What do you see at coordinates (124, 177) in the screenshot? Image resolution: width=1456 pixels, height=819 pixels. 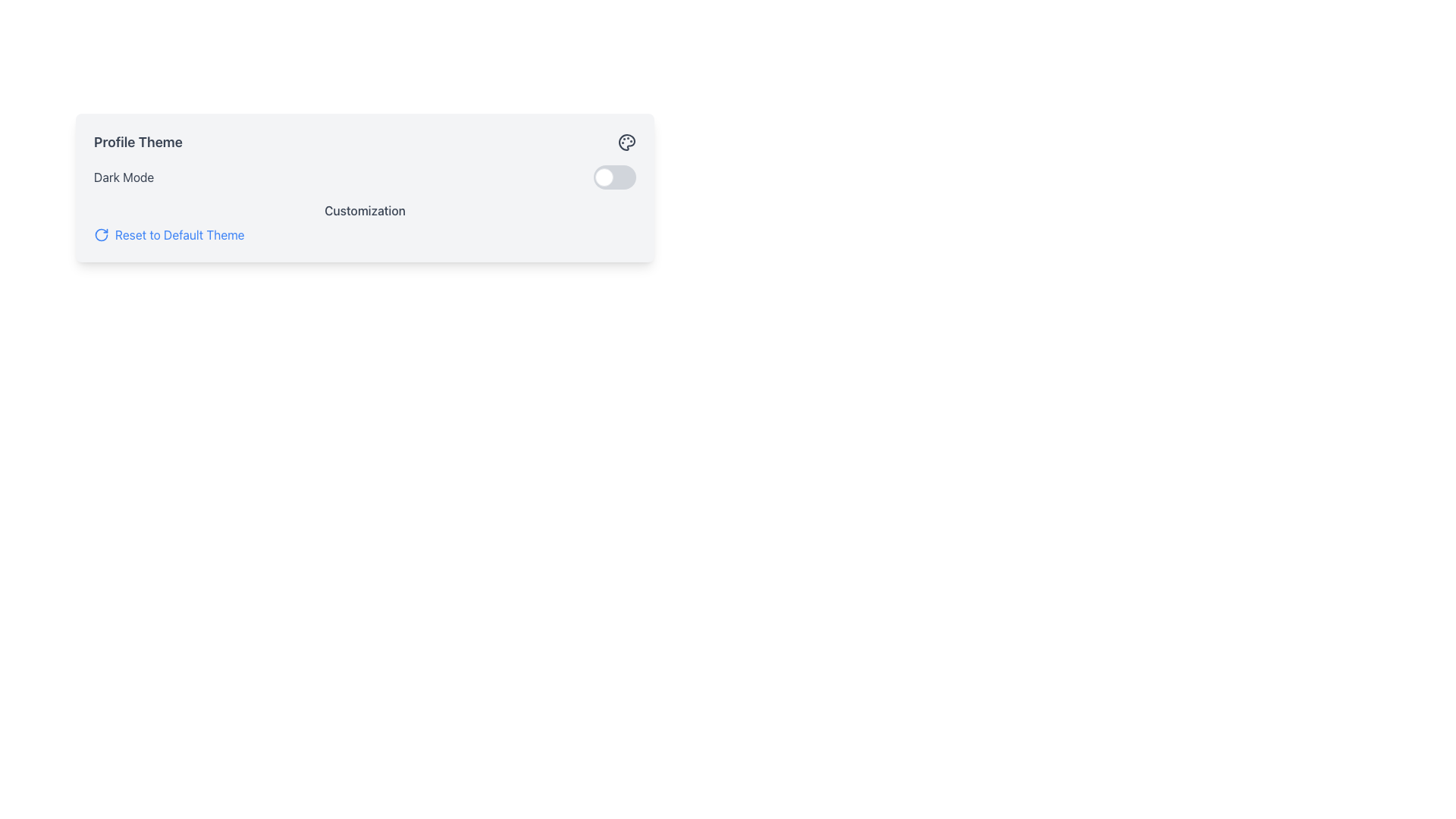 I see `the Text Label that indicates the purpose of the nearby toggle switch for enabling or disabling dark mode functionality` at bounding box center [124, 177].